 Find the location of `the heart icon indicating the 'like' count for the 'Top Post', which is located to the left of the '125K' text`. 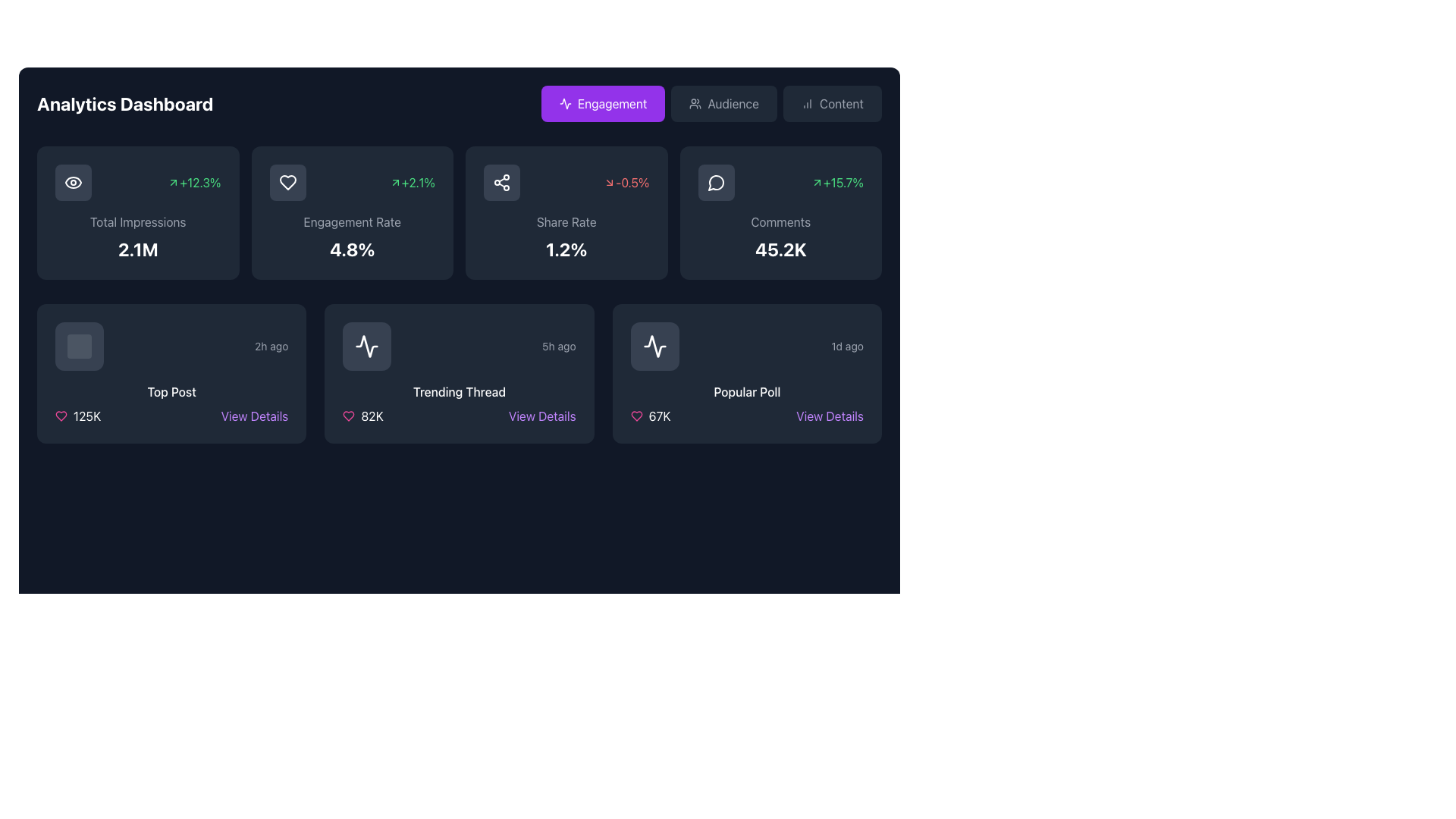

the heart icon indicating the 'like' count for the 'Top Post', which is located to the left of the '125K' text is located at coordinates (61, 416).